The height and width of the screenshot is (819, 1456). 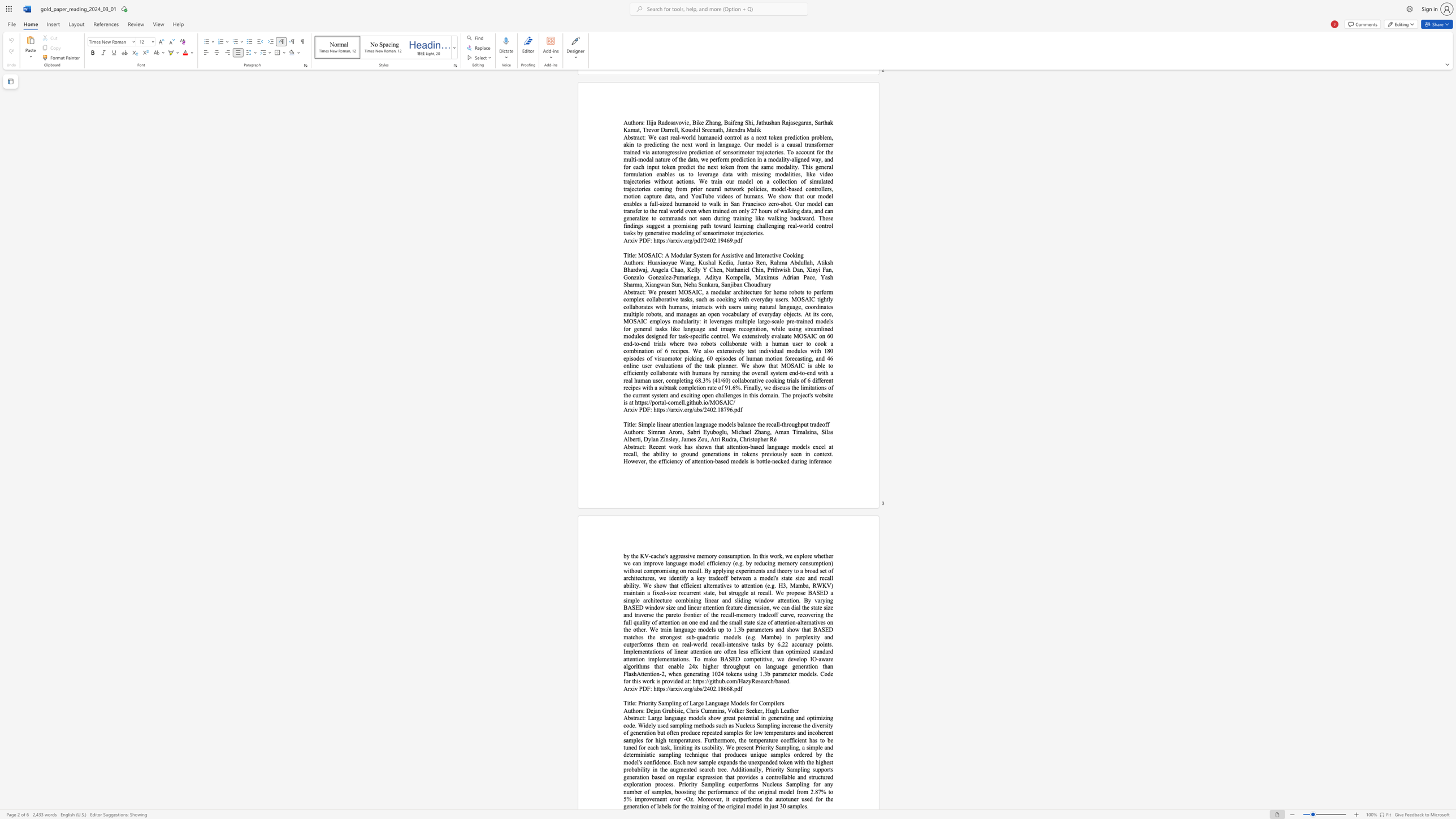 What do you see at coordinates (697, 798) in the screenshot?
I see `the subset text "Moreover, it outperforms the autotuner used for the generation of labels for the training of the origin" within the text "improvement over -Oz. Moreover, it outperforms the autotuner used for the generation of labels for the training of the original model in just 30 samples."` at bounding box center [697, 798].